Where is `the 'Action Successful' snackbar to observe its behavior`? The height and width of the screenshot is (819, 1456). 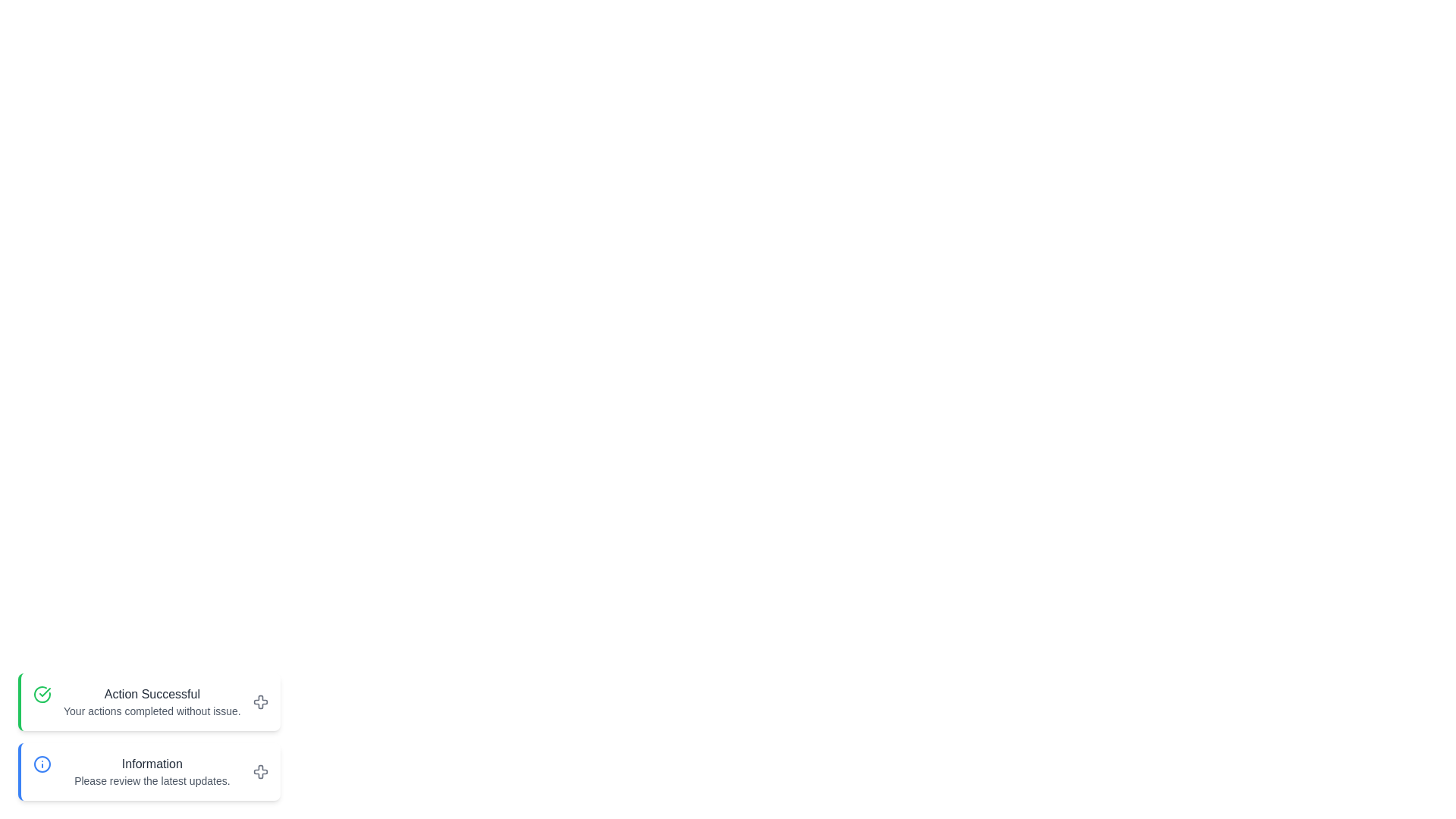 the 'Action Successful' snackbar to observe its behavior is located at coordinates (149, 701).